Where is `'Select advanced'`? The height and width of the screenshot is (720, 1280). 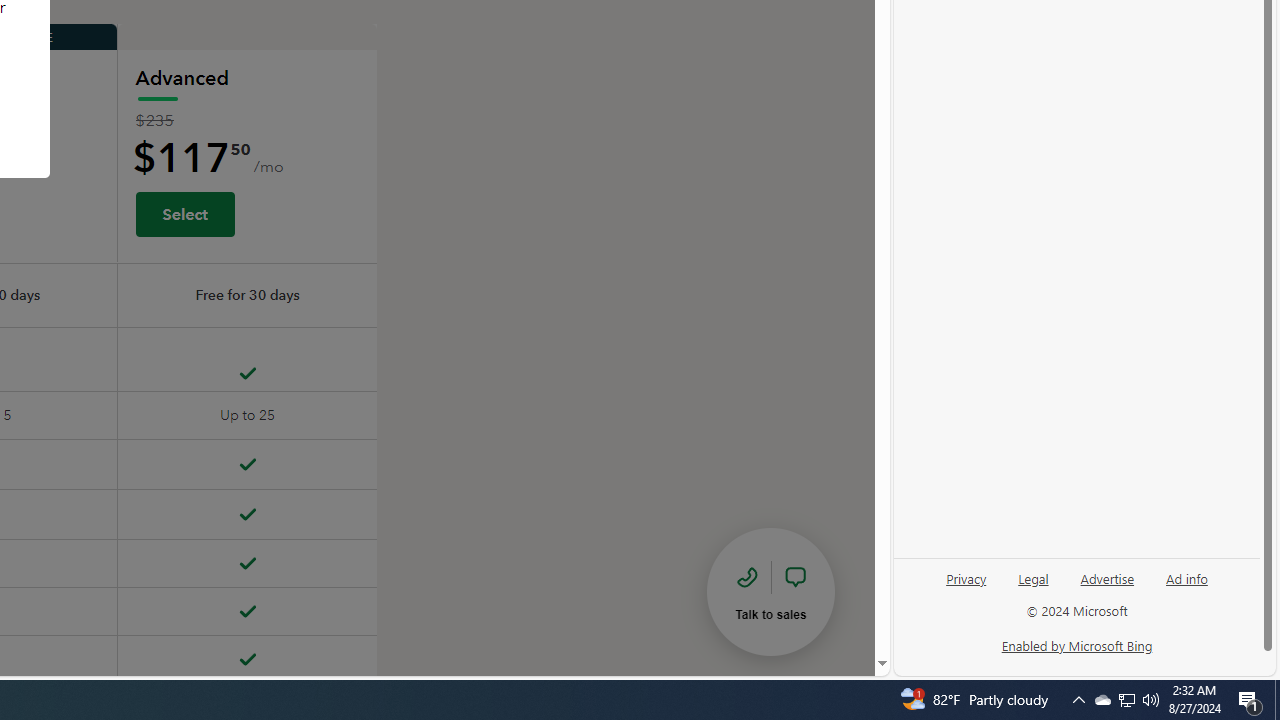
'Select advanced' is located at coordinates (184, 213).